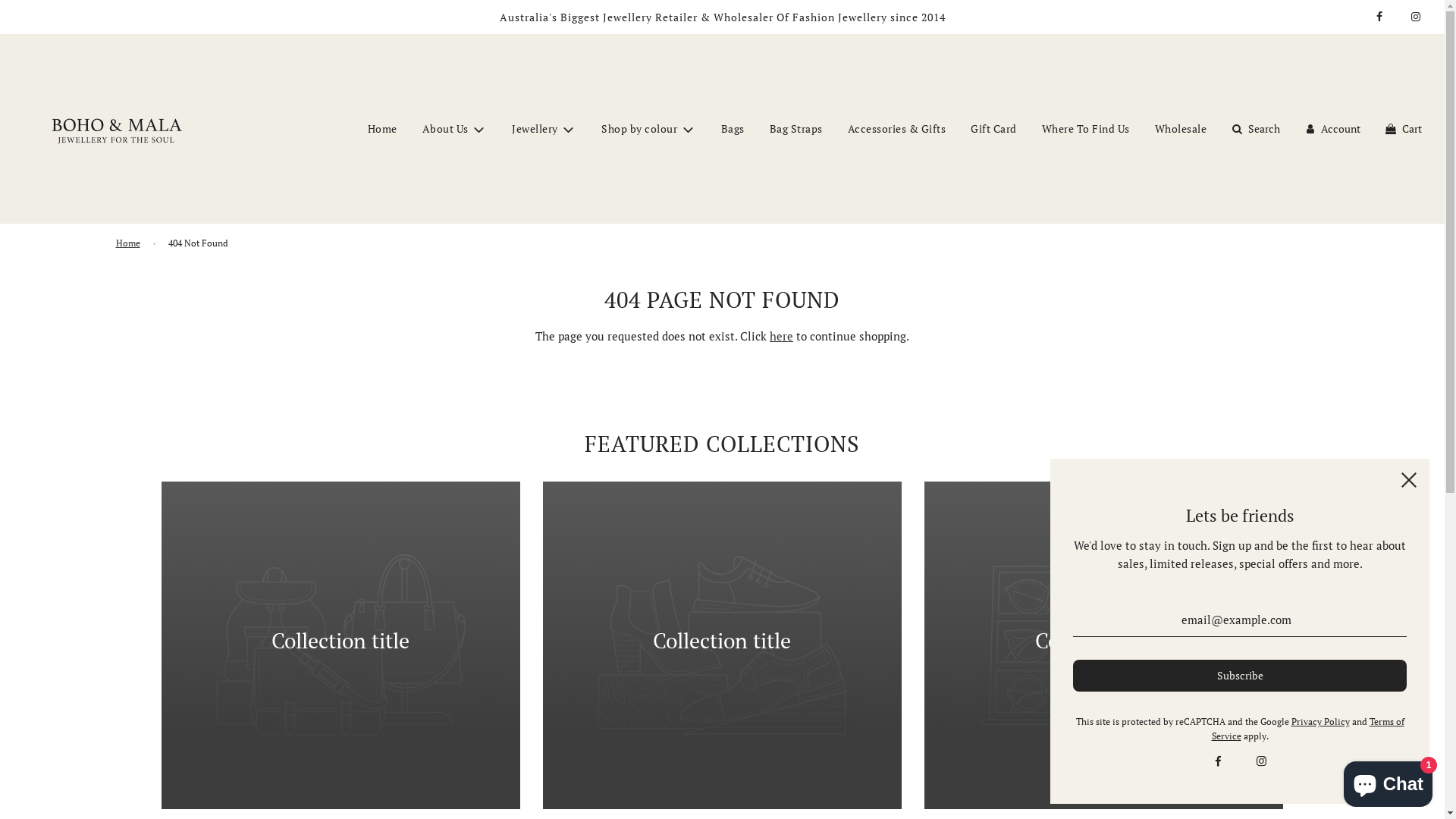 The image size is (1456, 819). Describe the element at coordinates (1180, 127) in the screenshot. I see `'Wholesale'` at that location.